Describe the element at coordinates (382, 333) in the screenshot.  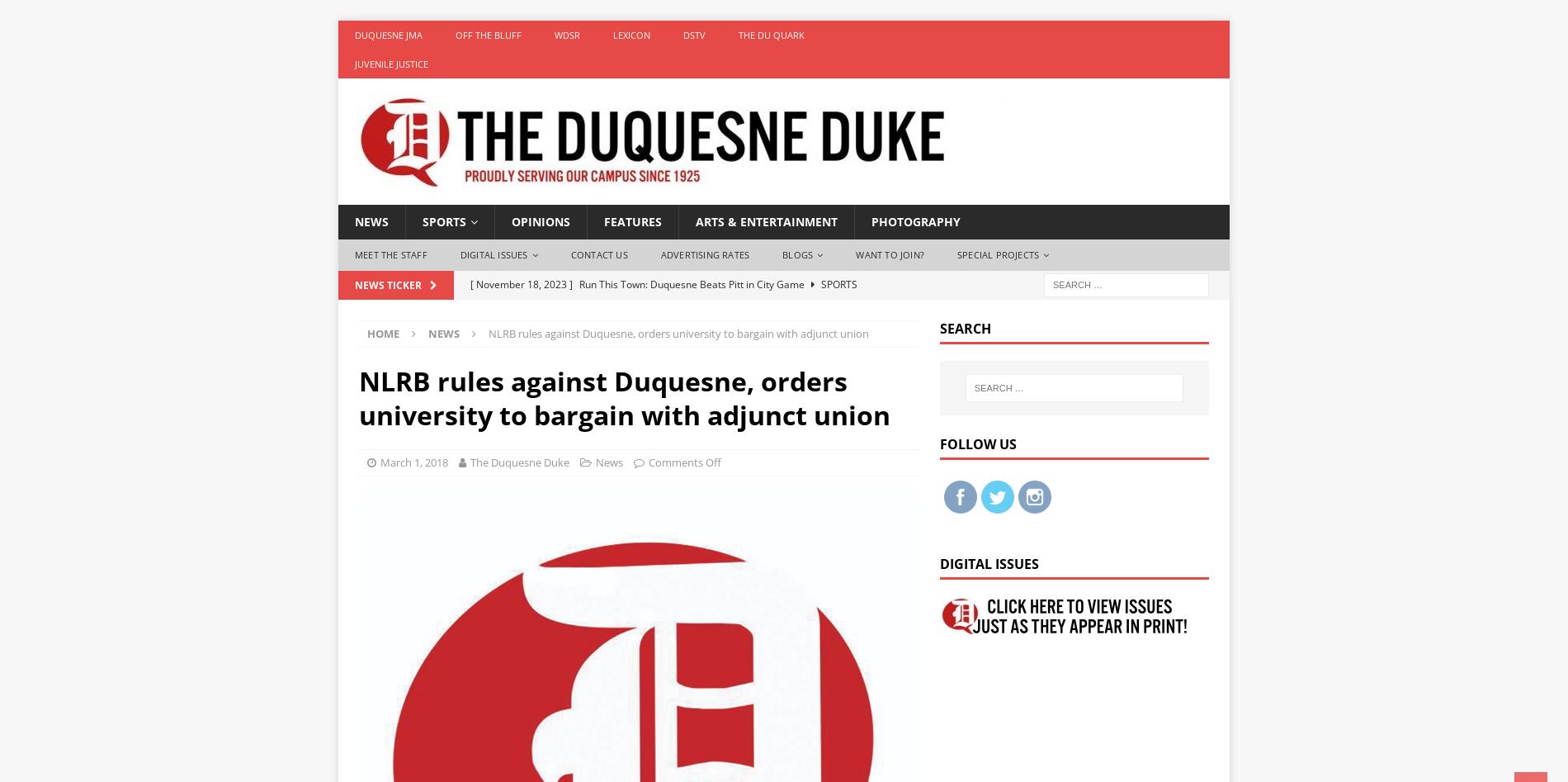
I see `'Home'` at that location.